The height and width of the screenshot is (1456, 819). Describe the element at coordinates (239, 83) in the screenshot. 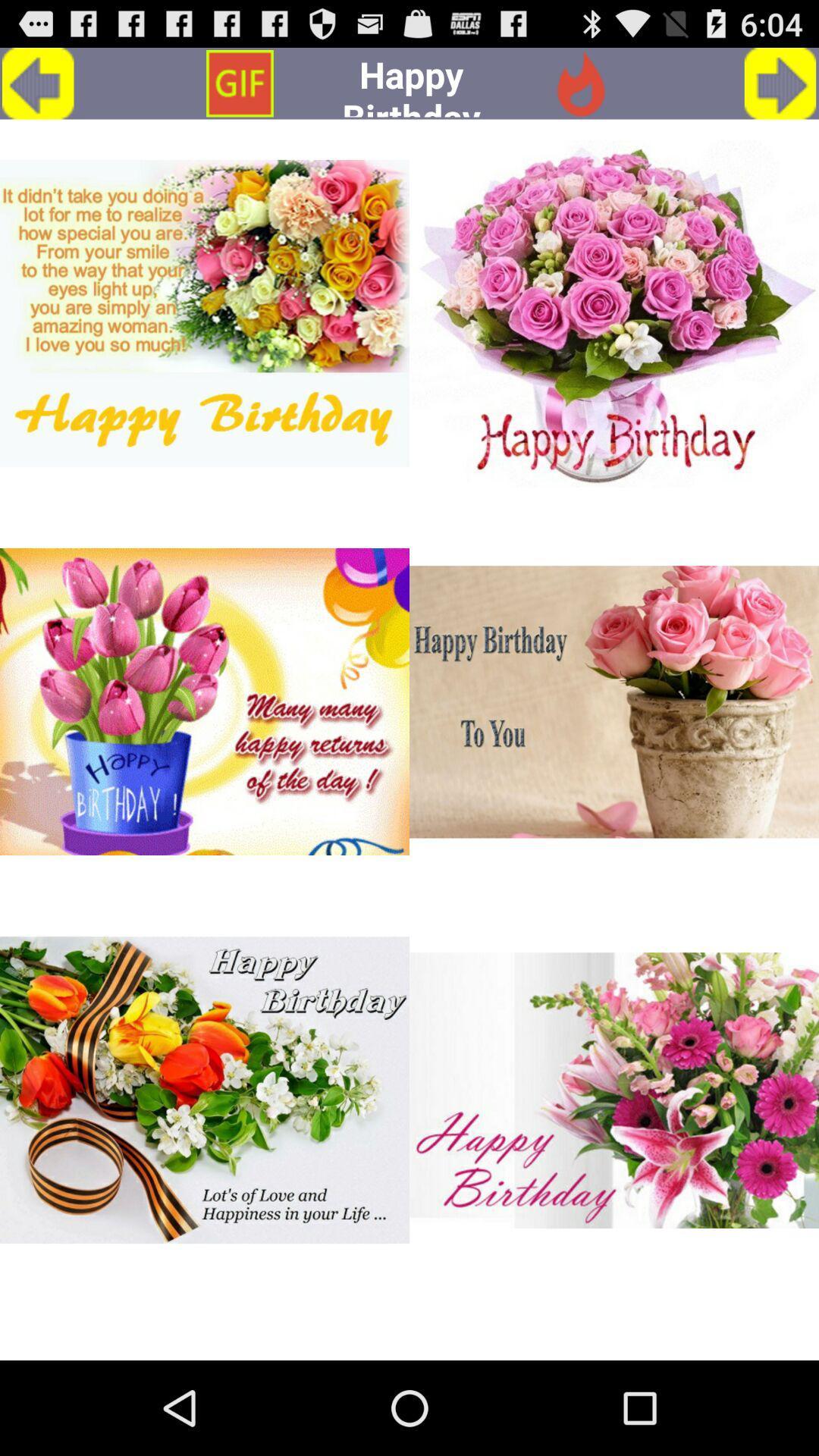

I see `the option which is above first image` at that location.